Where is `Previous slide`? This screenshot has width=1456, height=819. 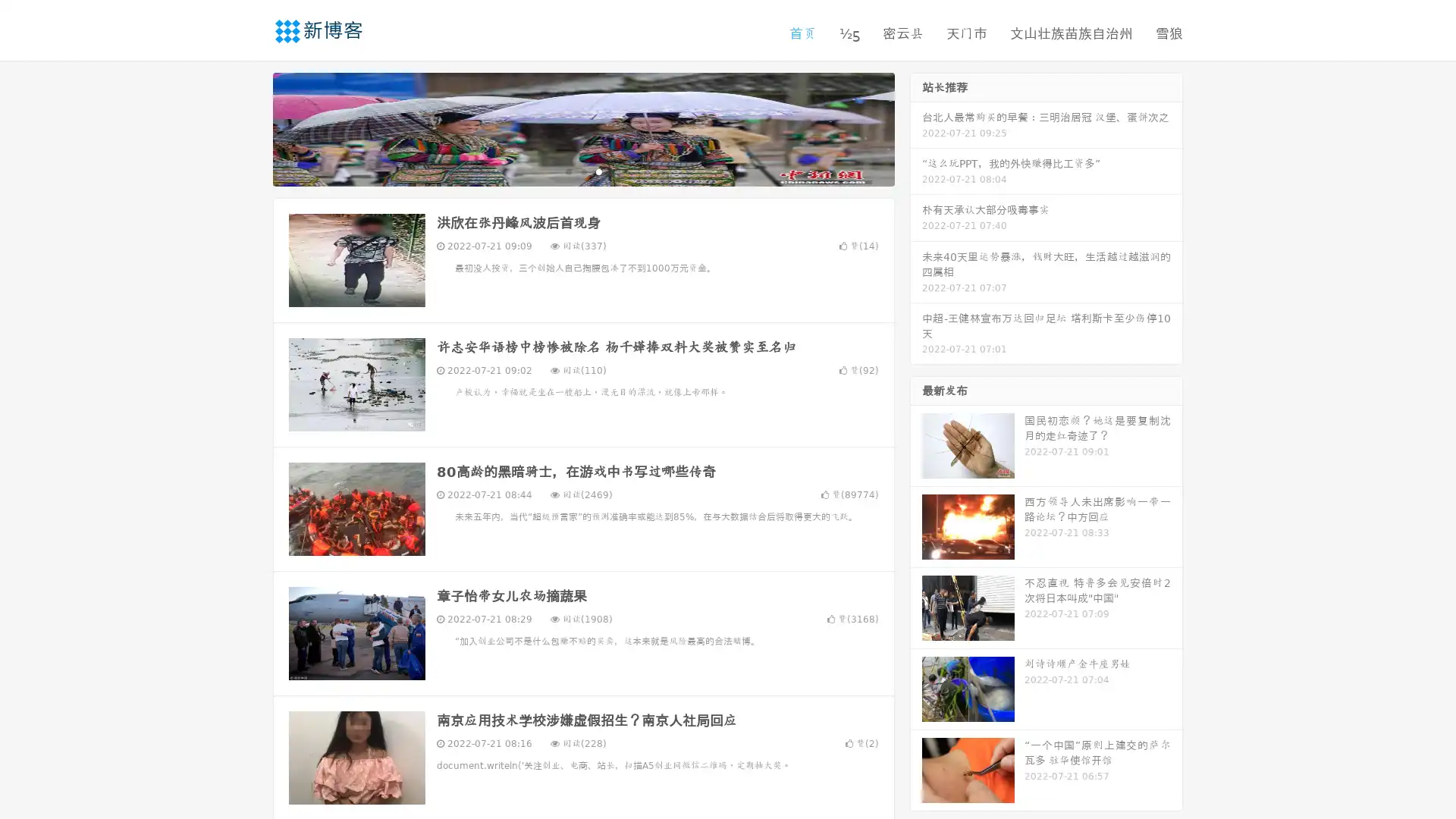 Previous slide is located at coordinates (250, 127).